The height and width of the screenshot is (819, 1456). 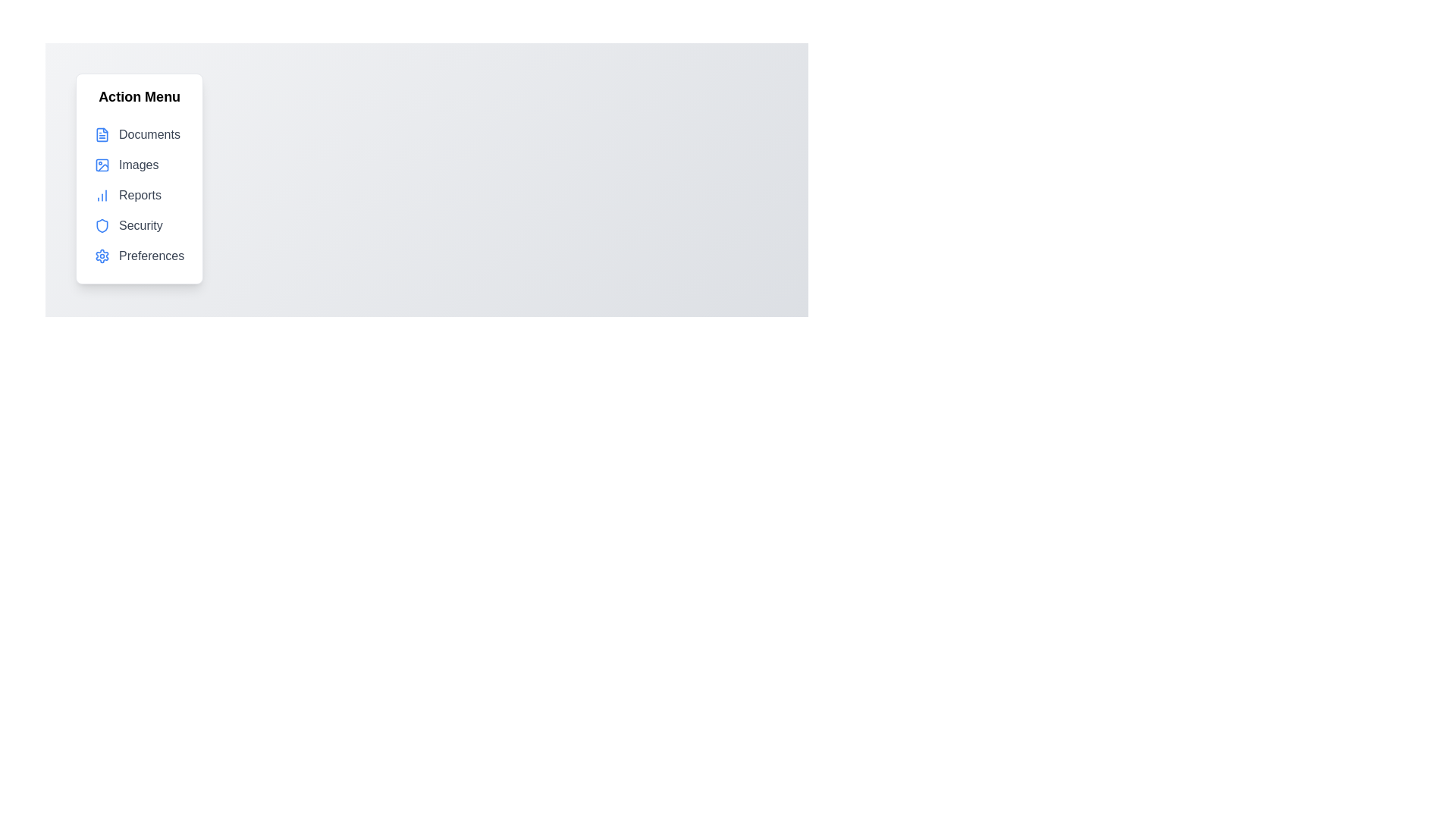 I want to click on the icon corresponding to Preferences in the action menu, so click(x=101, y=256).